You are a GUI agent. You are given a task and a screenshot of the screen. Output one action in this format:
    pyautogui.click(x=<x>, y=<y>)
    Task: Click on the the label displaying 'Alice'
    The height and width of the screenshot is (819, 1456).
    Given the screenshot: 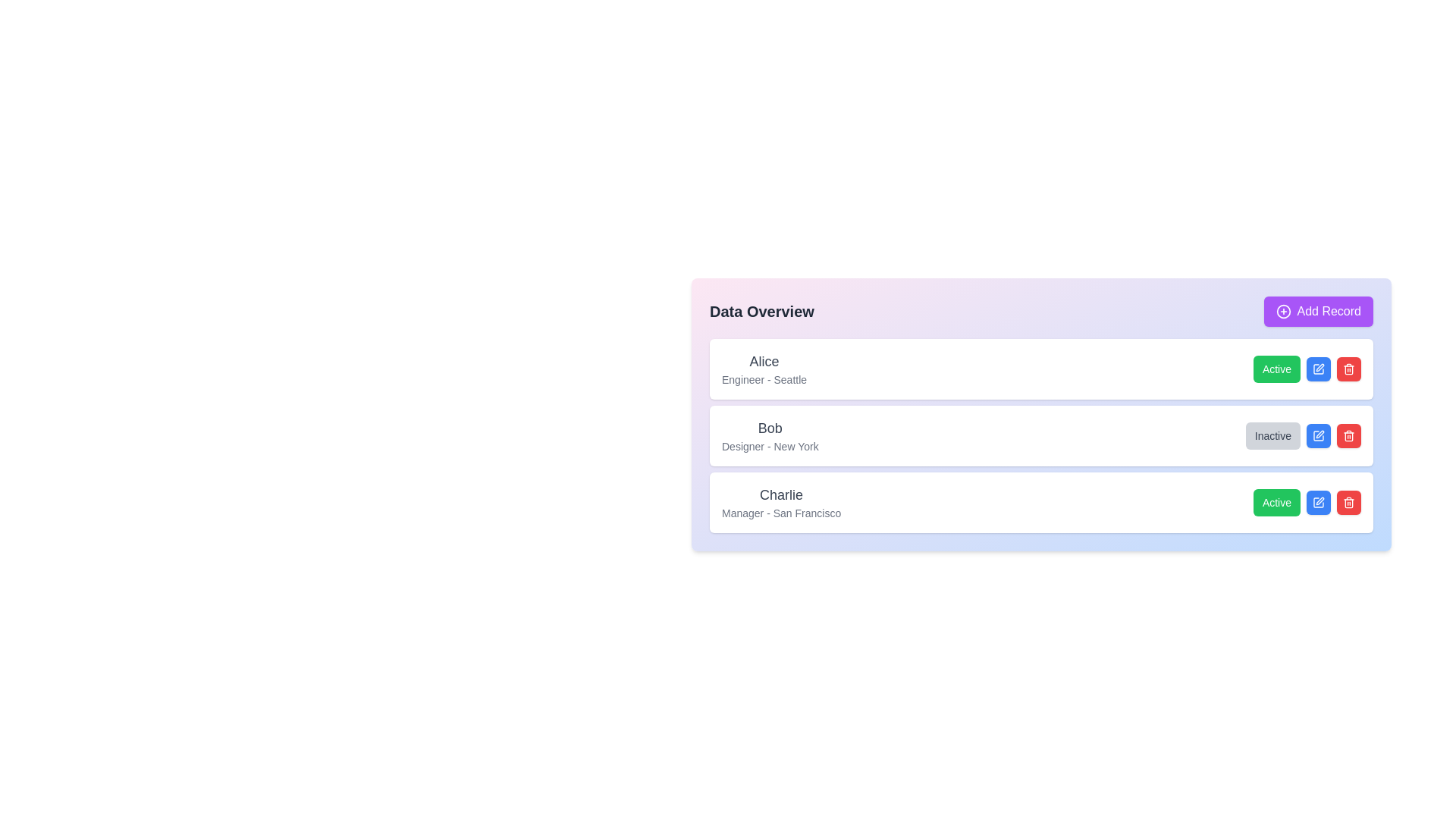 What is the action you would take?
    pyautogui.click(x=764, y=362)
    